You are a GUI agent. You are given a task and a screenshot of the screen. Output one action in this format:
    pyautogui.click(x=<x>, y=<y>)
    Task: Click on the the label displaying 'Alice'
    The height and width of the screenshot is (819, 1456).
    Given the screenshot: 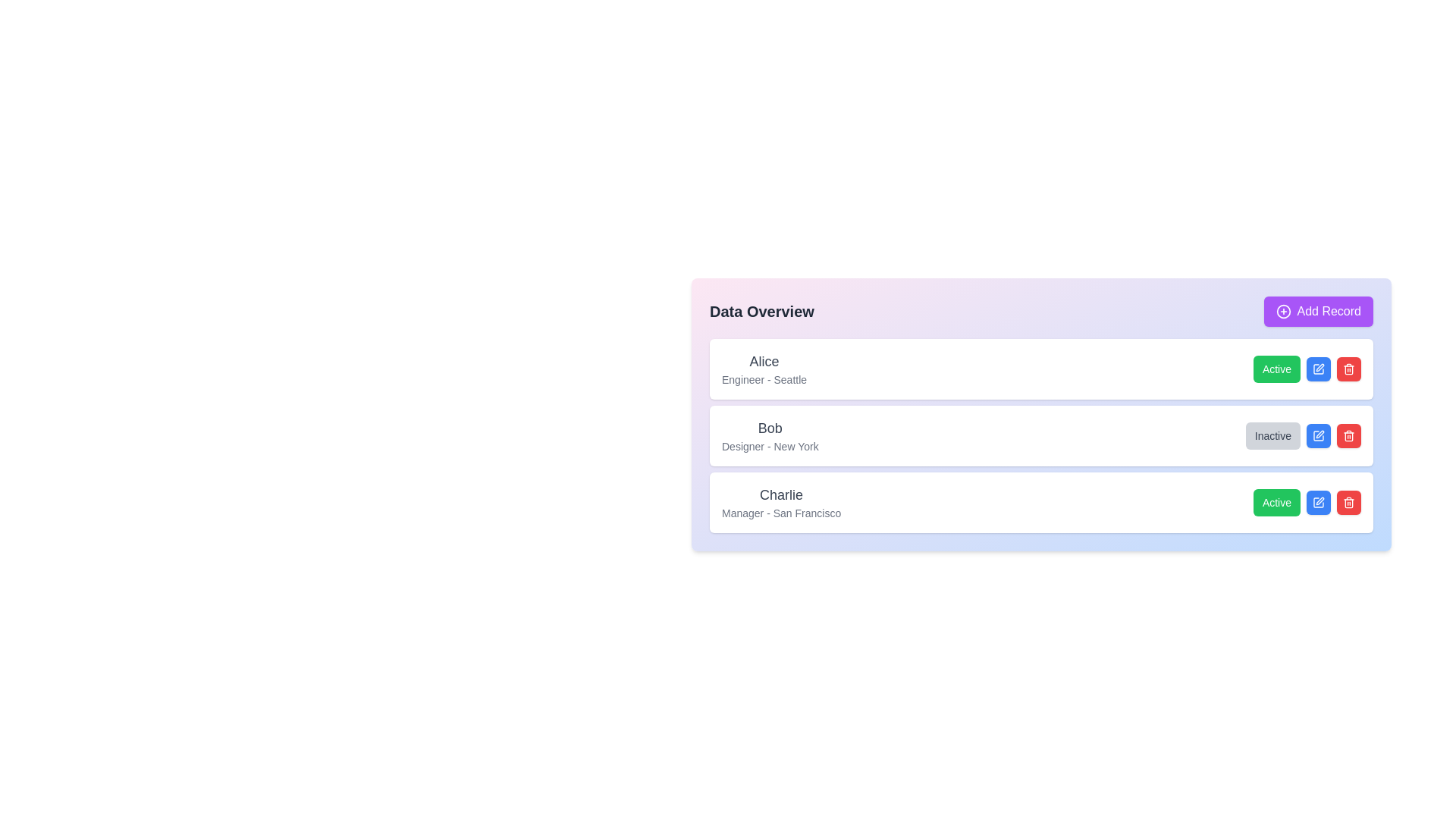 What is the action you would take?
    pyautogui.click(x=764, y=362)
    